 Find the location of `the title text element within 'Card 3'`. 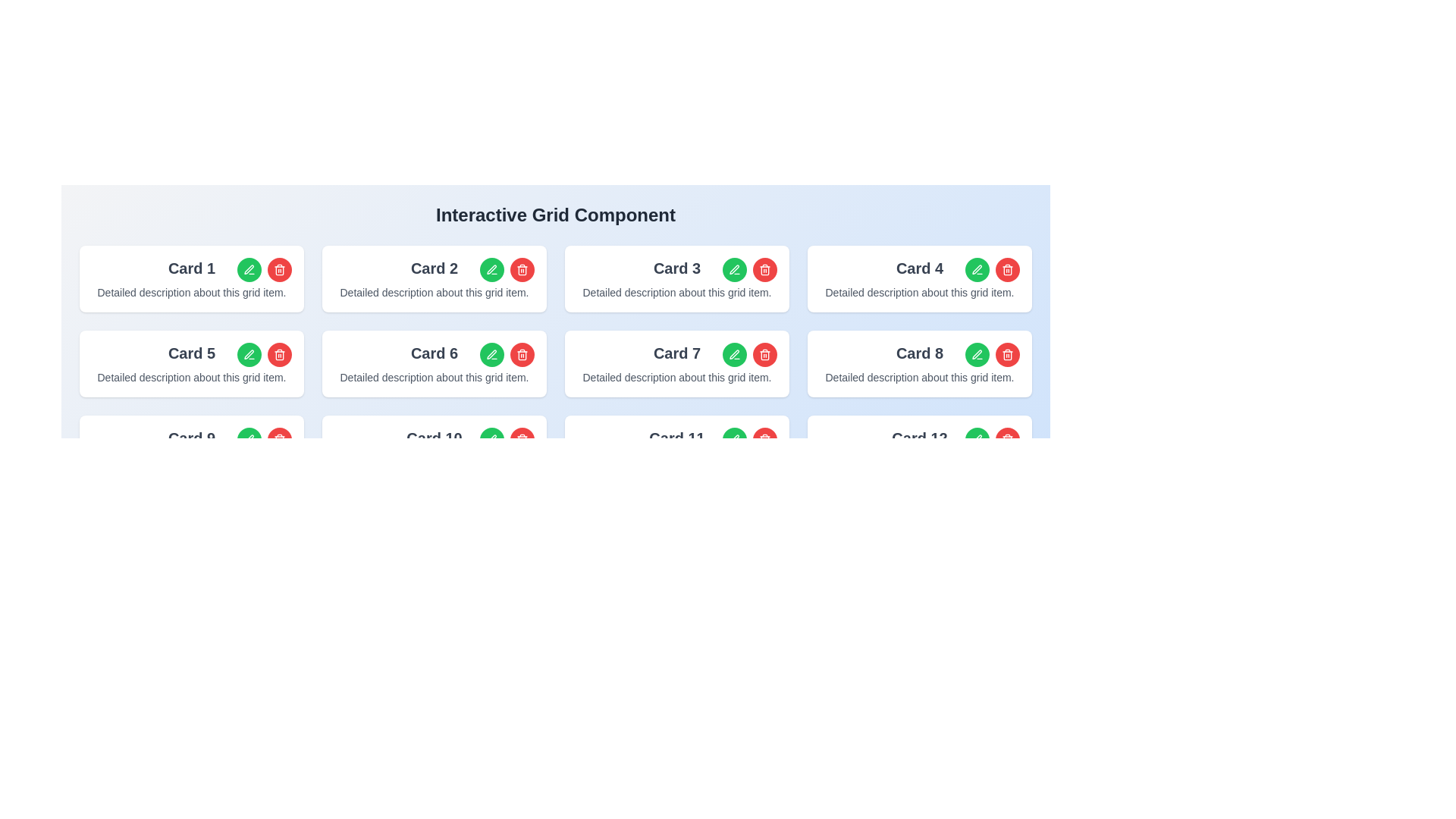

the title text element within 'Card 3' is located at coordinates (676, 268).